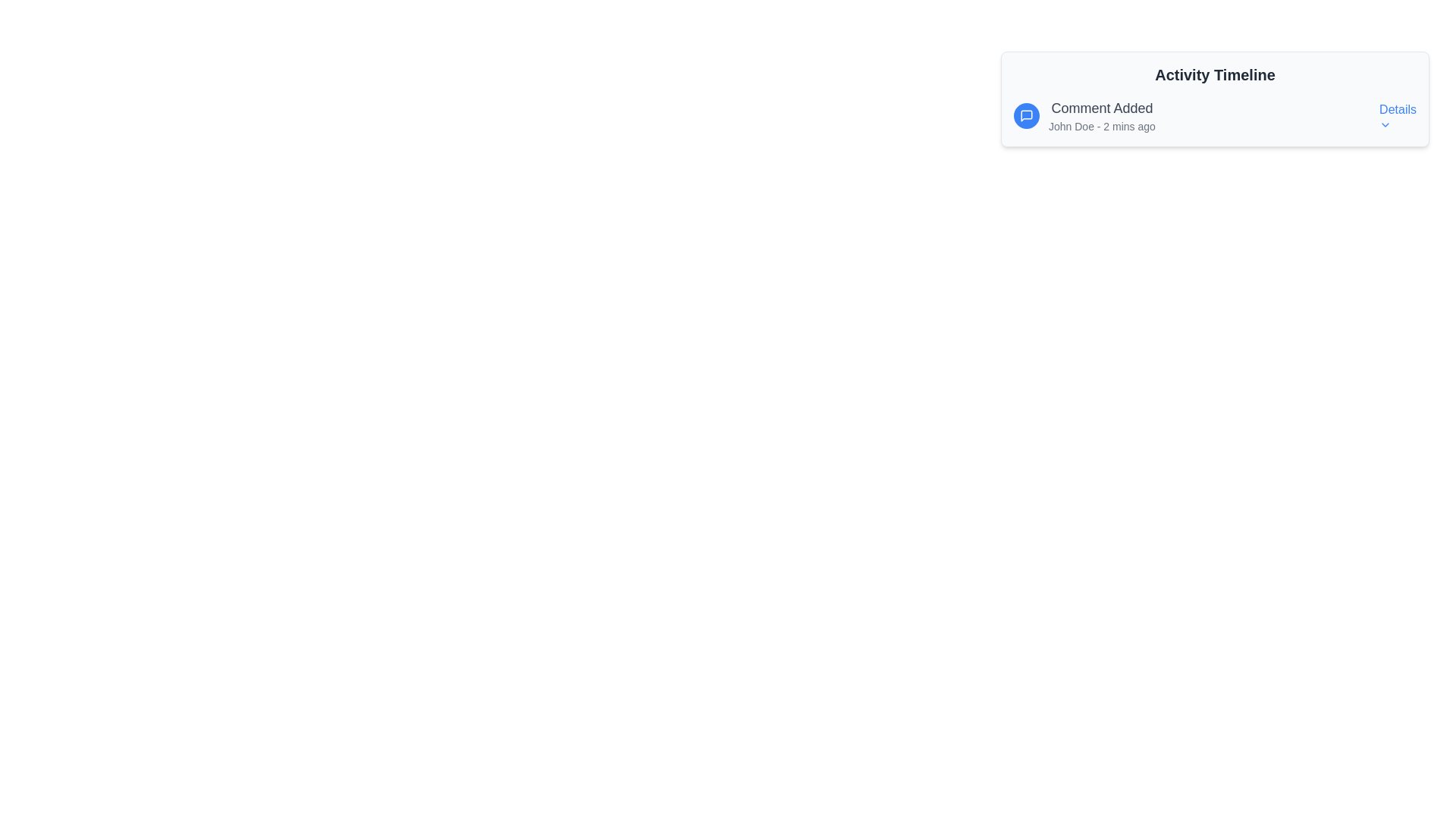  Describe the element at coordinates (1026, 115) in the screenshot. I see `the messaging/commenting icon located inside the 'Activity Timeline' notification box, next to the 'Comment Added' text` at that location.